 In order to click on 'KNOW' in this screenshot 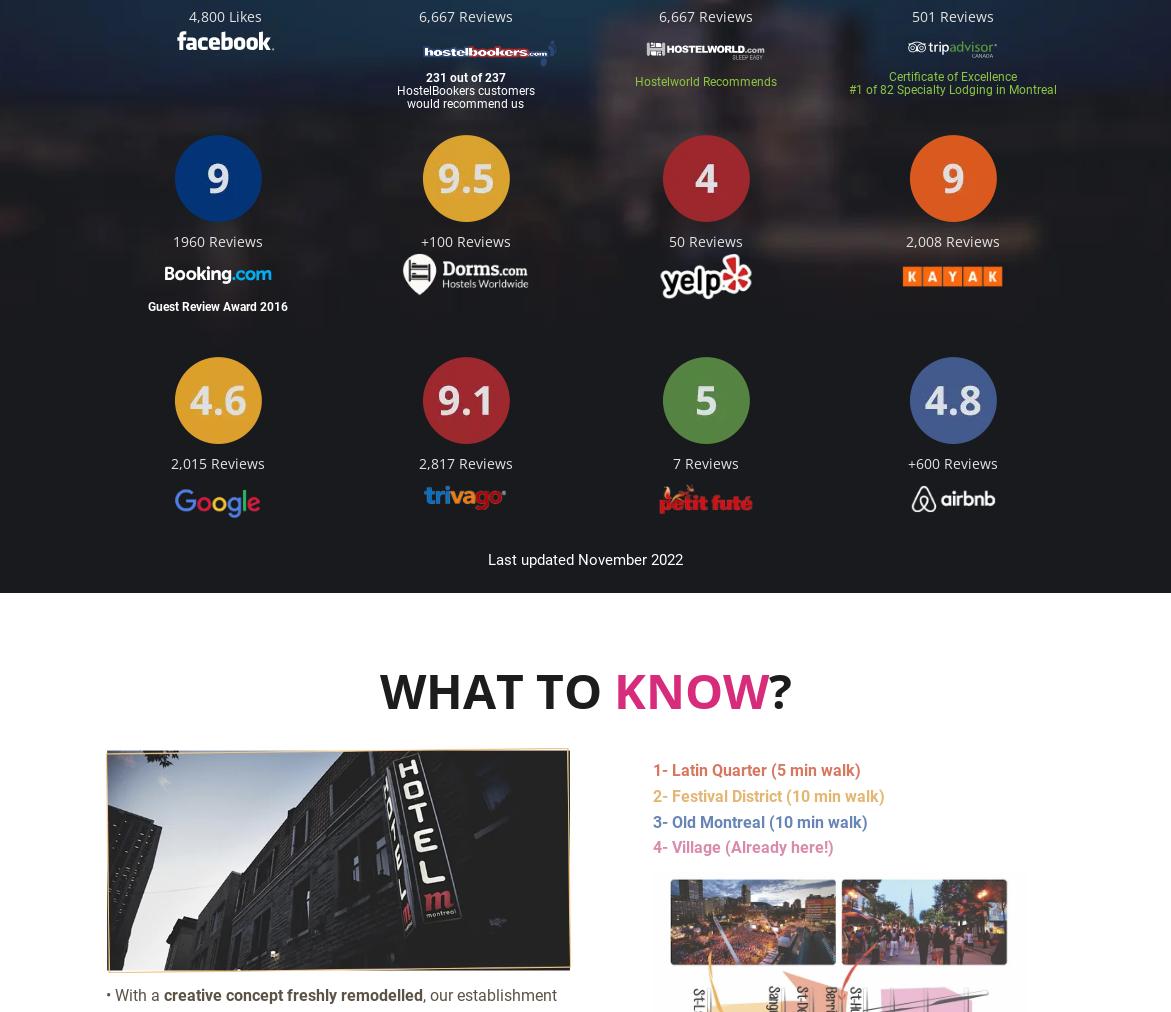, I will do `click(689, 690)`.